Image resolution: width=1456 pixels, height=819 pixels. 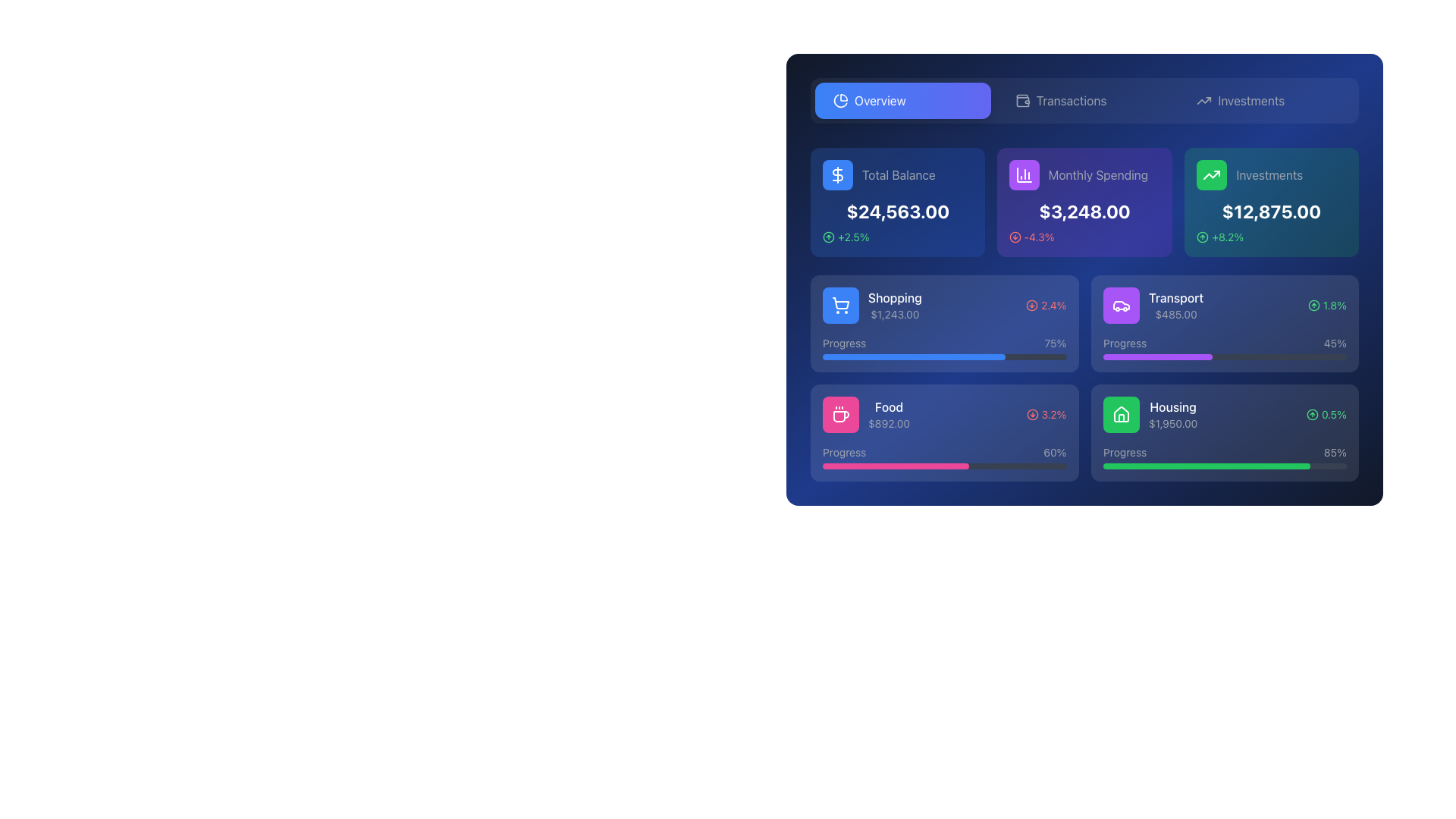 I want to click on text label displaying '-4.3%' in red, located next to the downward-pointing arrow icon within the 'Monthly Spending' card, so click(x=1039, y=237).